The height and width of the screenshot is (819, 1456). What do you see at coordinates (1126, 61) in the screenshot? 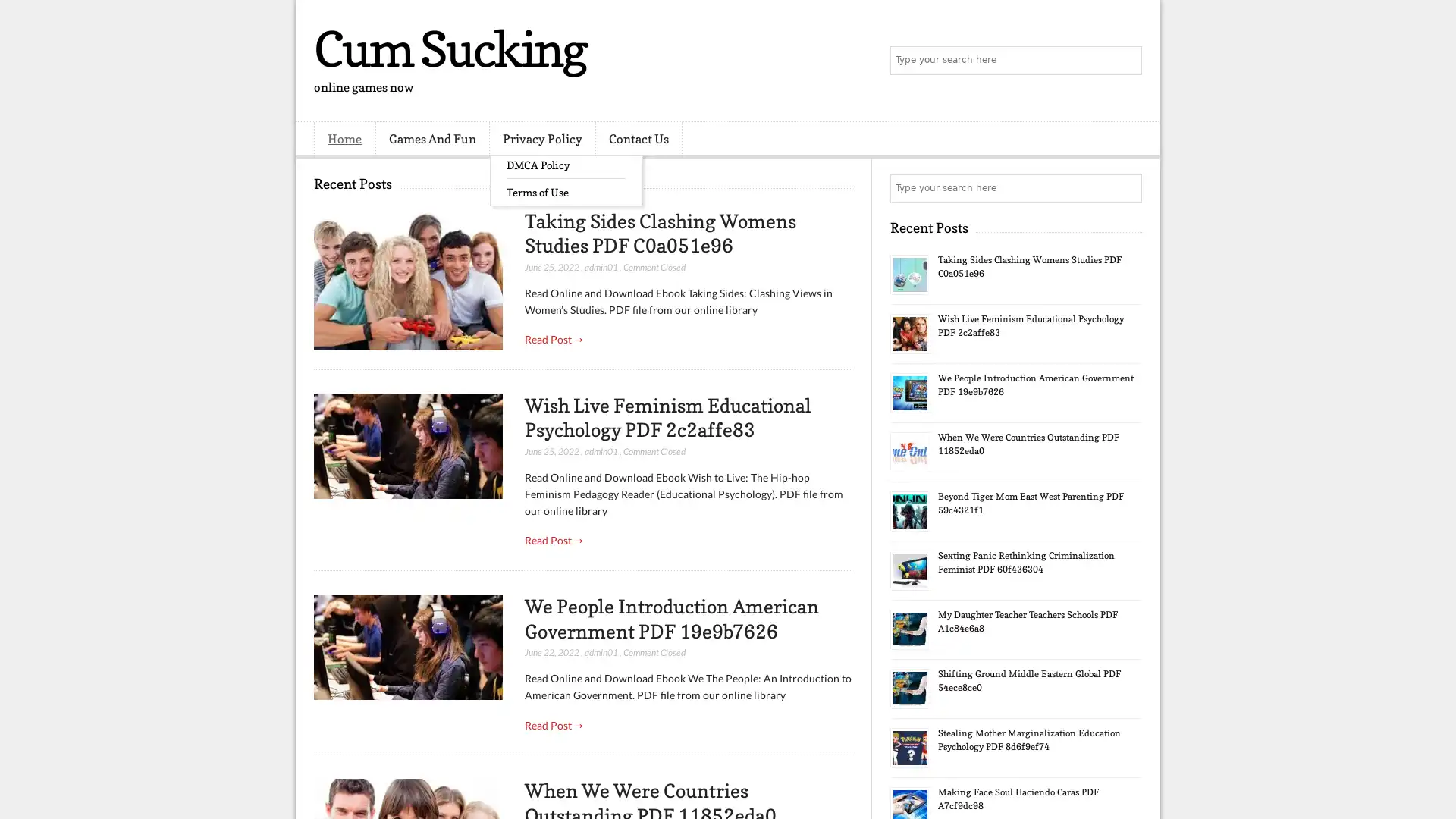
I see `Search` at bounding box center [1126, 61].